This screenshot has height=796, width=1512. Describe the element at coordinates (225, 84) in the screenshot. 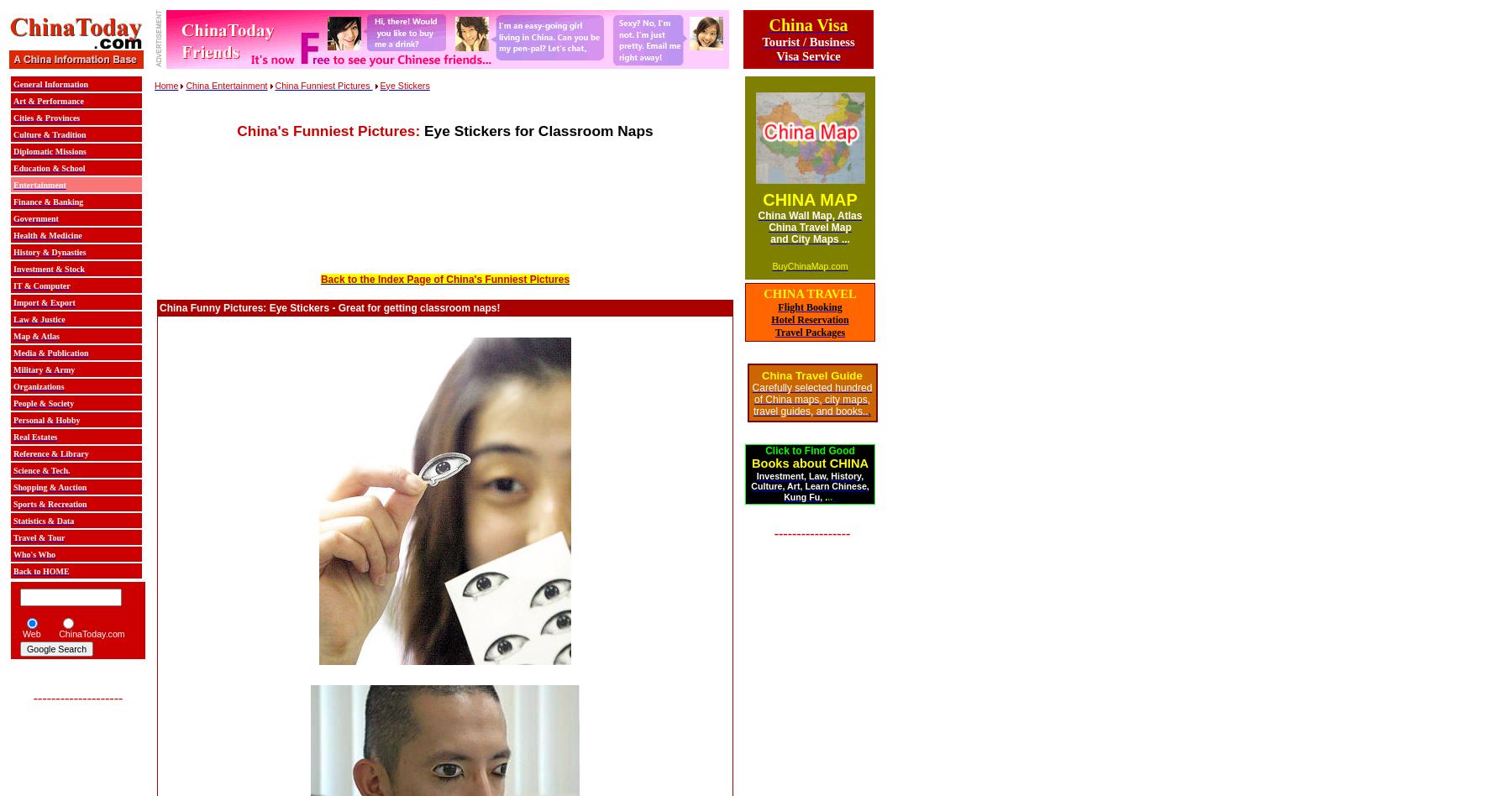

I see `'China Entertainment'` at that location.